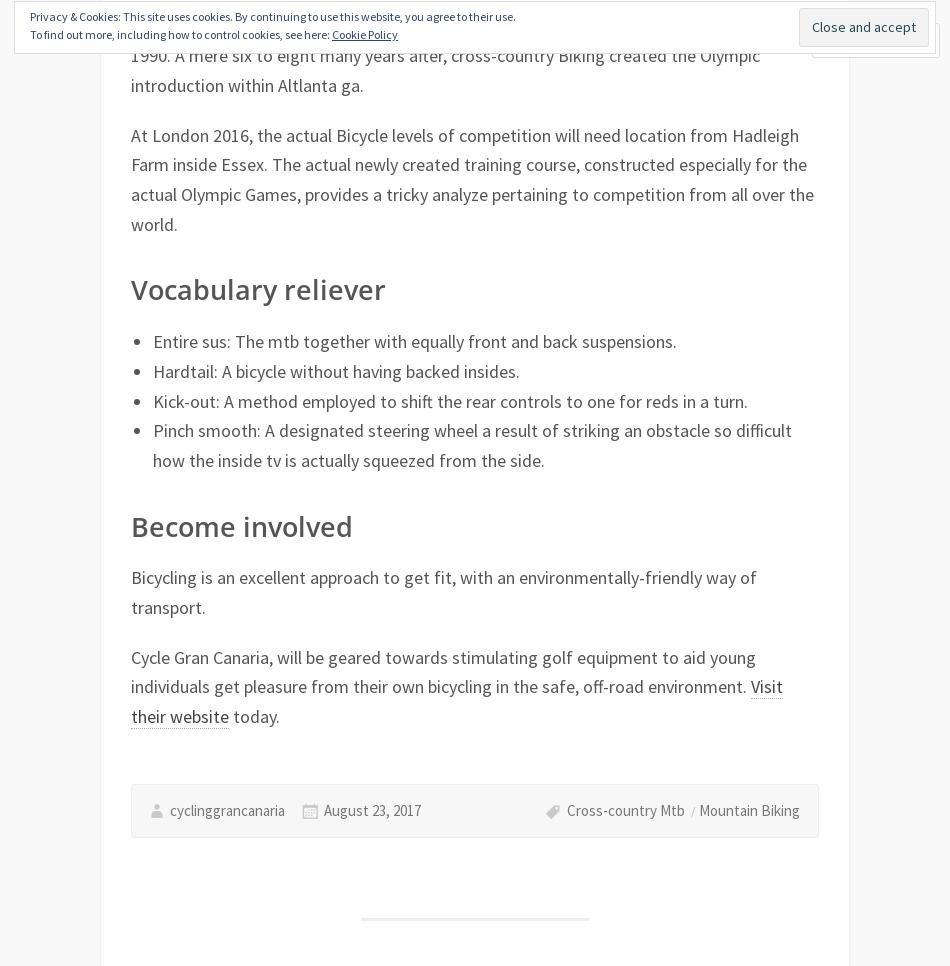 The image size is (950, 966). I want to click on 'Entire sus: The mtb together with equally front and back suspensions.', so click(413, 341).